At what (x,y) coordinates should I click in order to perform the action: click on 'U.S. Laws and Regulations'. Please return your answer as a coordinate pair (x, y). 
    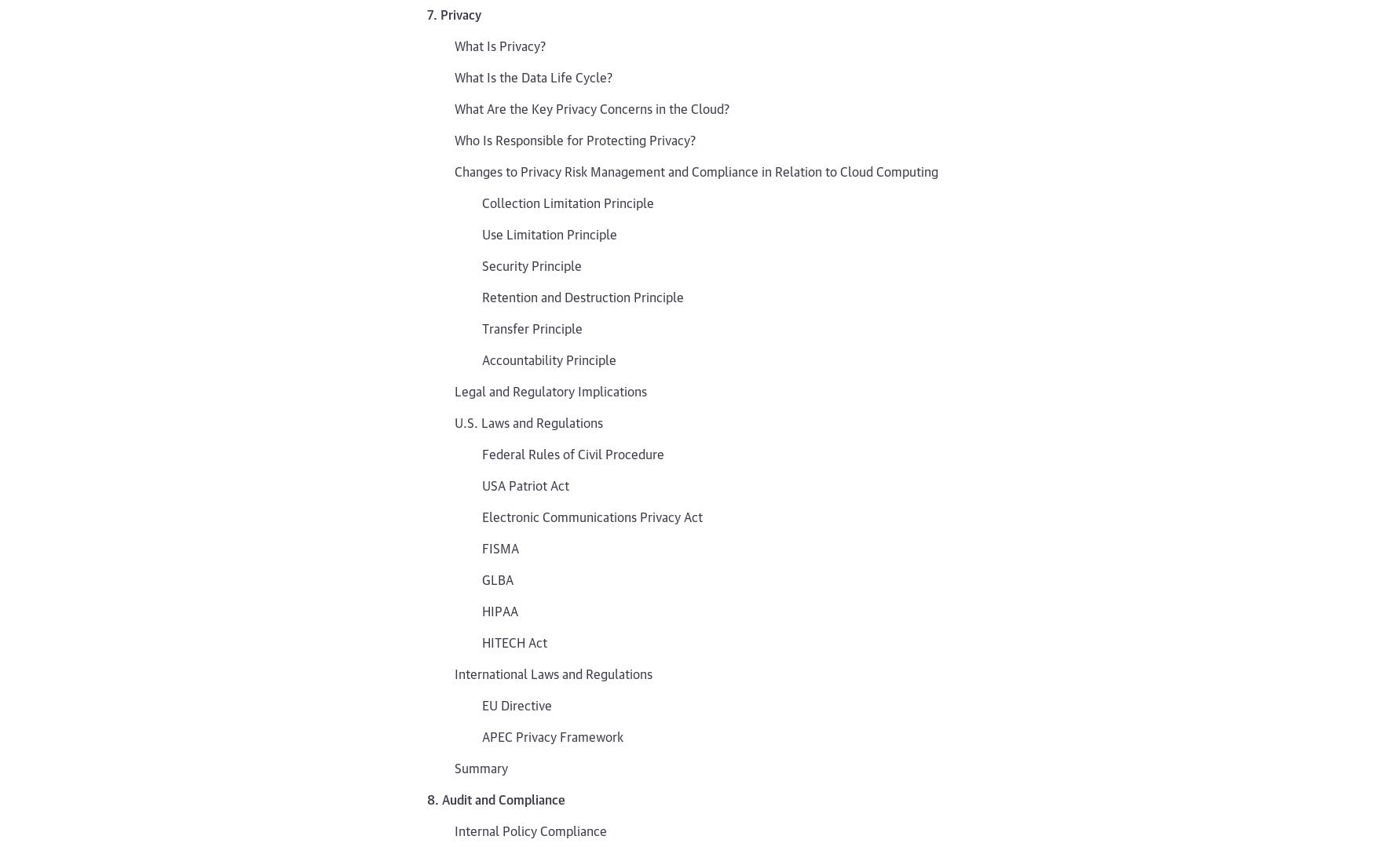
    Looking at the image, I should click on (528, 422).